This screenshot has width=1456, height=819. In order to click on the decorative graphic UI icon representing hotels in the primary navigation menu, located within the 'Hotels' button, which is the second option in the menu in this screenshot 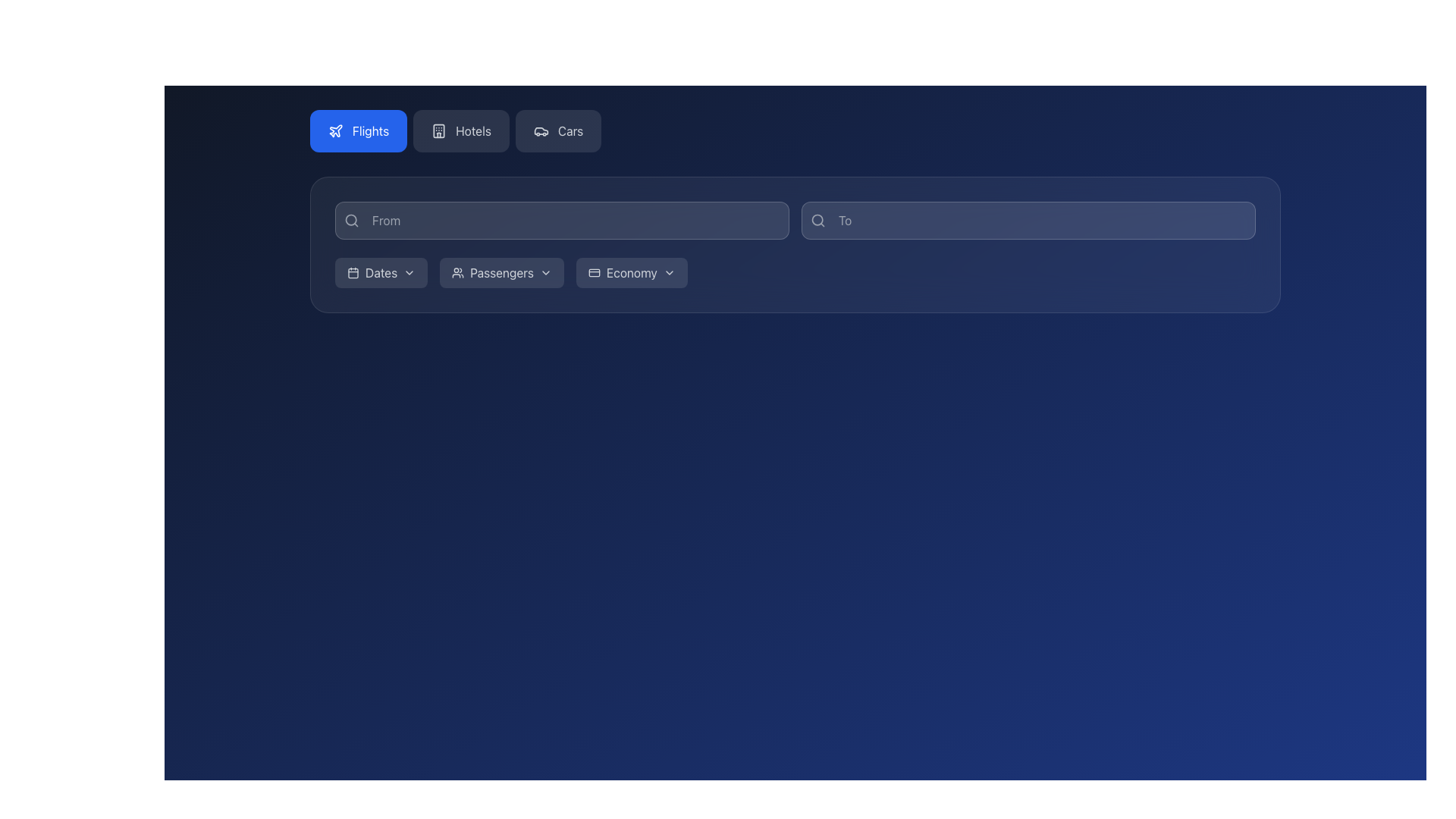, I will do `click(438, 130)`.